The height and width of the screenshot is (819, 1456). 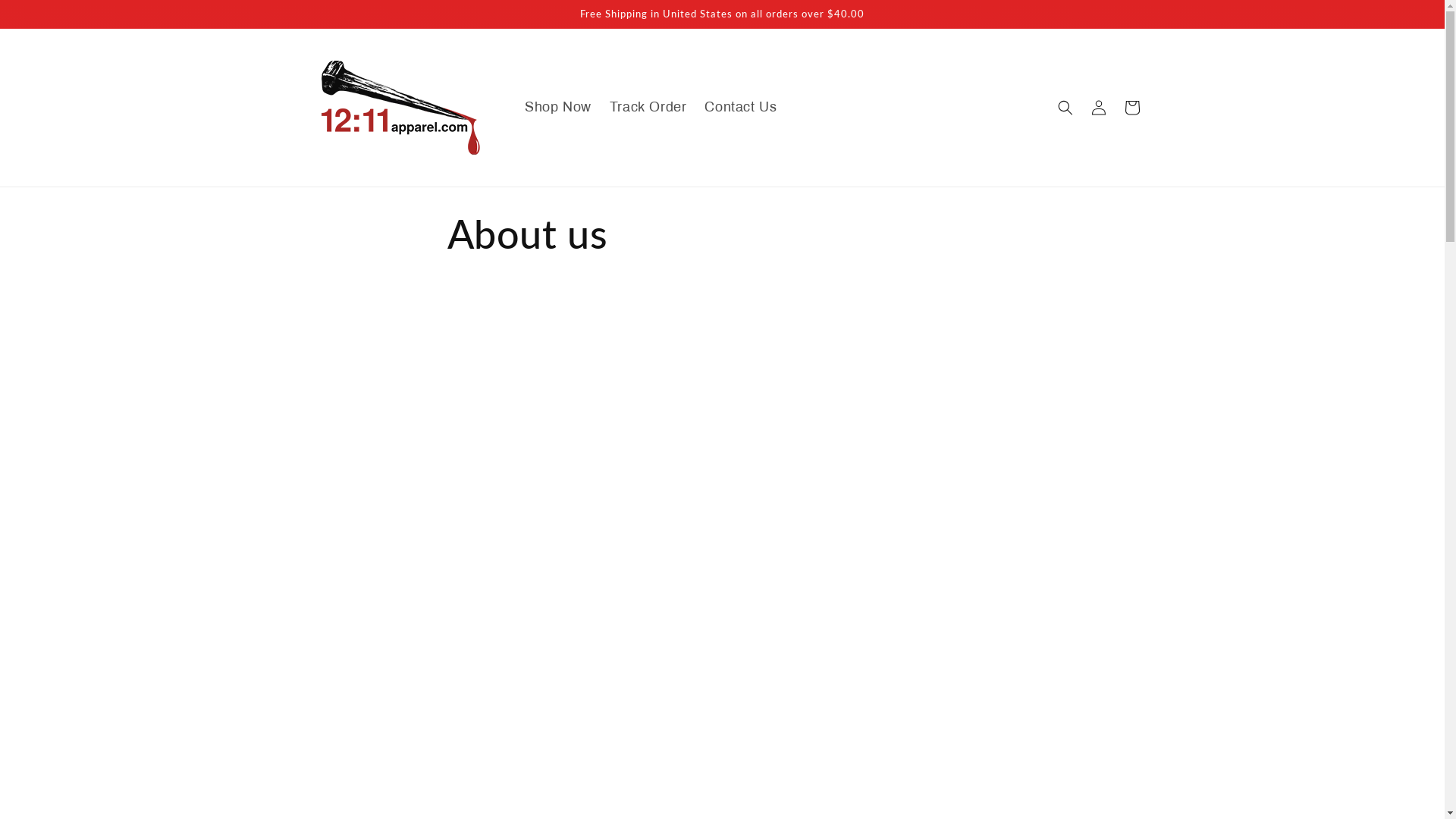 What do you see at coordinates (557, 106) in the screenshot?
I see `'Shop Now'` at bounding box center [557, 106].